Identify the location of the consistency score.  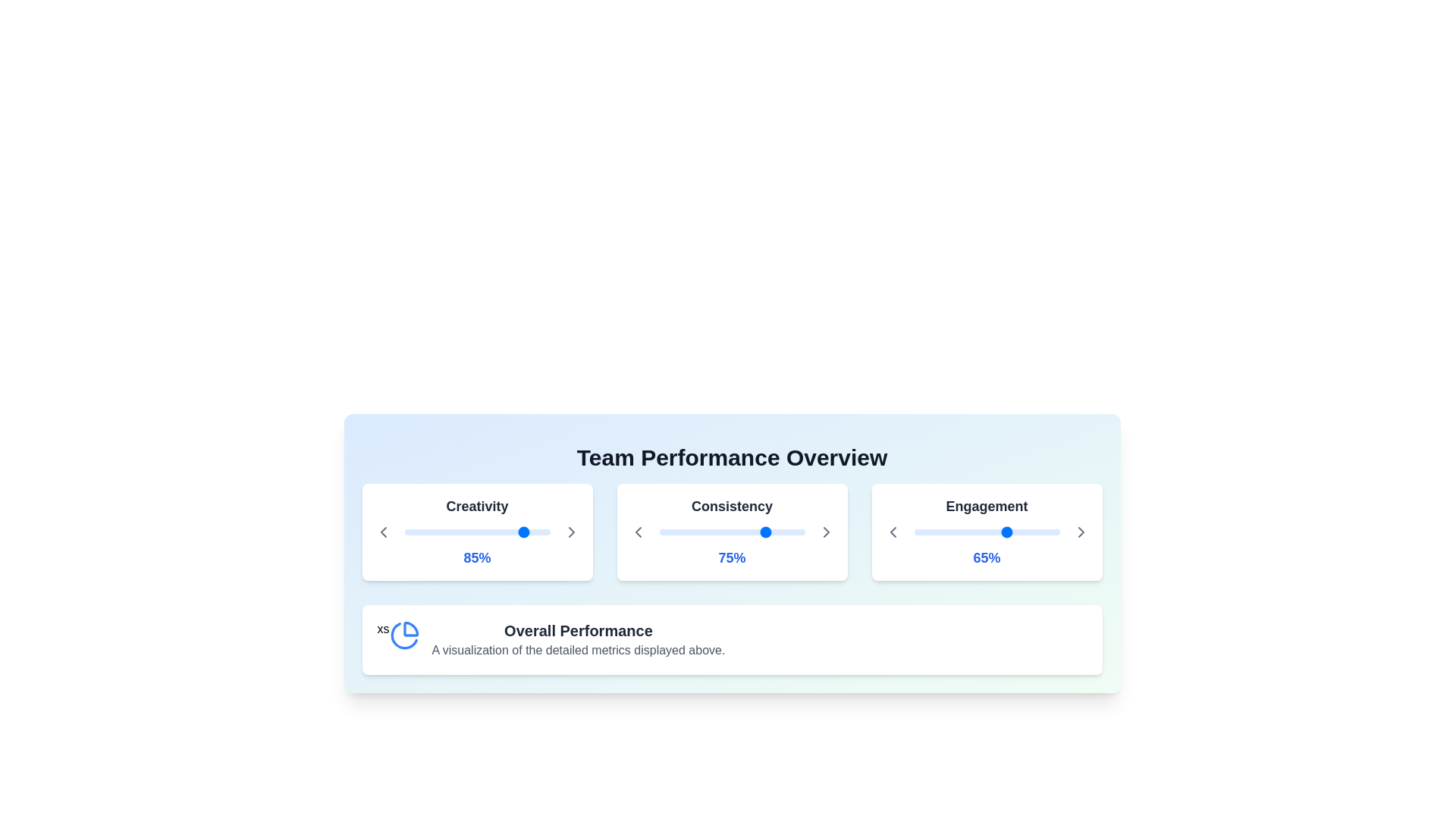
(755, 532).